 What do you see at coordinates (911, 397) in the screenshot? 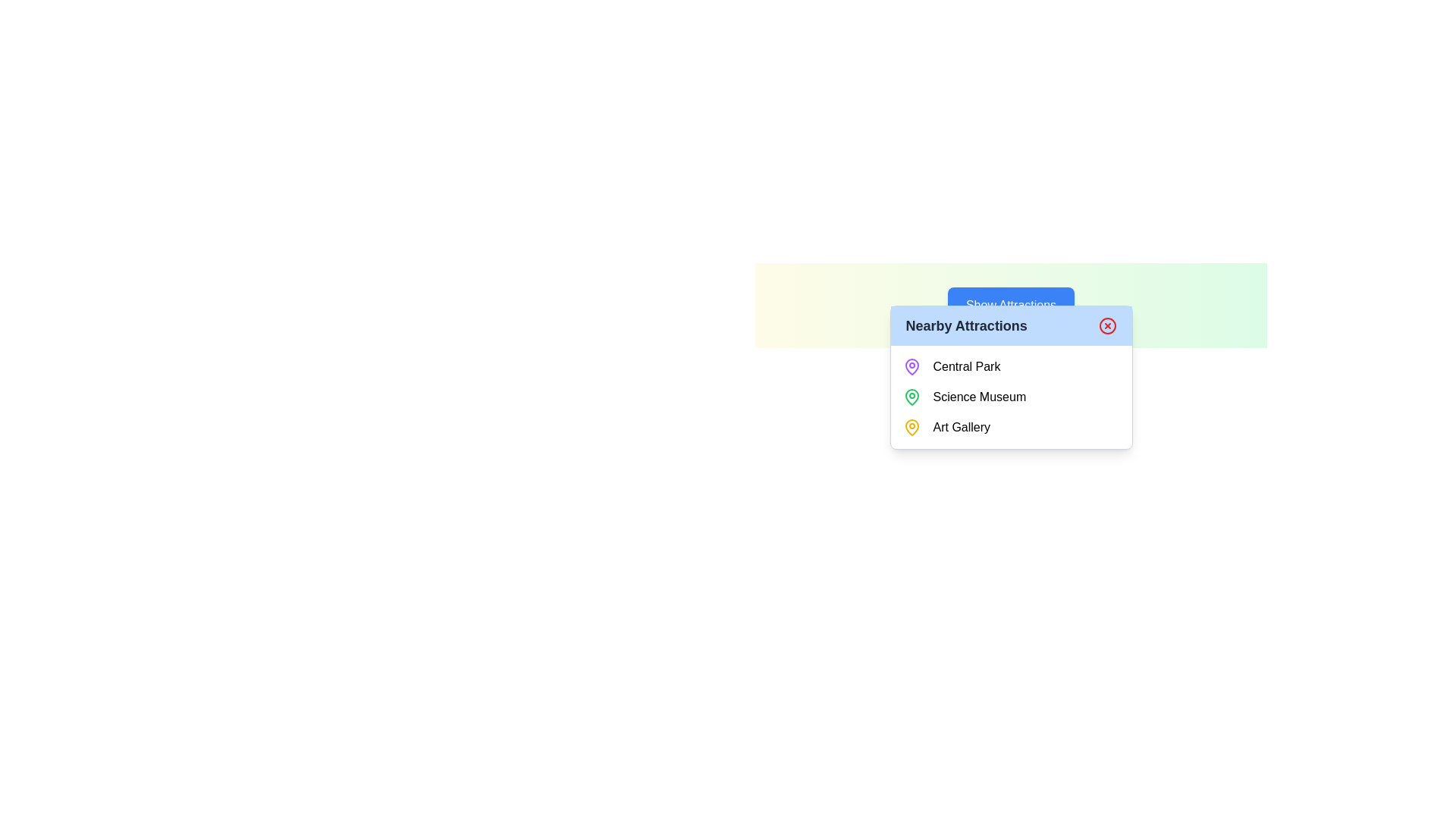
I see `the leftmost icon in the list under the label 'Central Park' in the 'Nearby Attractions' pop-up menu` at bounding box center [911, 397].